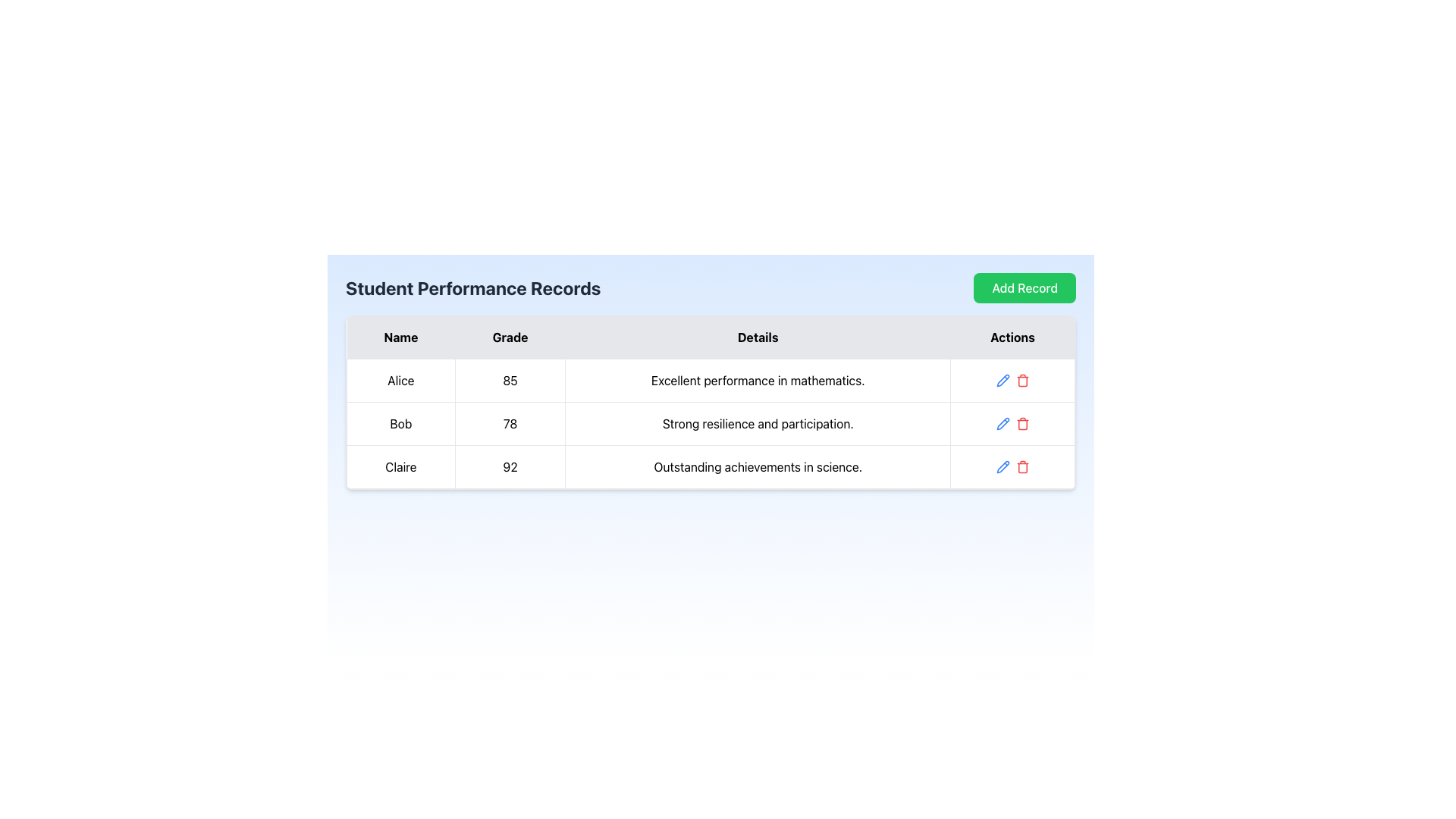 This screenshot has height=819, width=1456. What do you see at coordinates (510, 466) in the screenshot?
I see `the static text field displaying 'Claire's' grade in the table, which is the second item in its row and located in the 'Grade' column` at bounding box center [510, 466].